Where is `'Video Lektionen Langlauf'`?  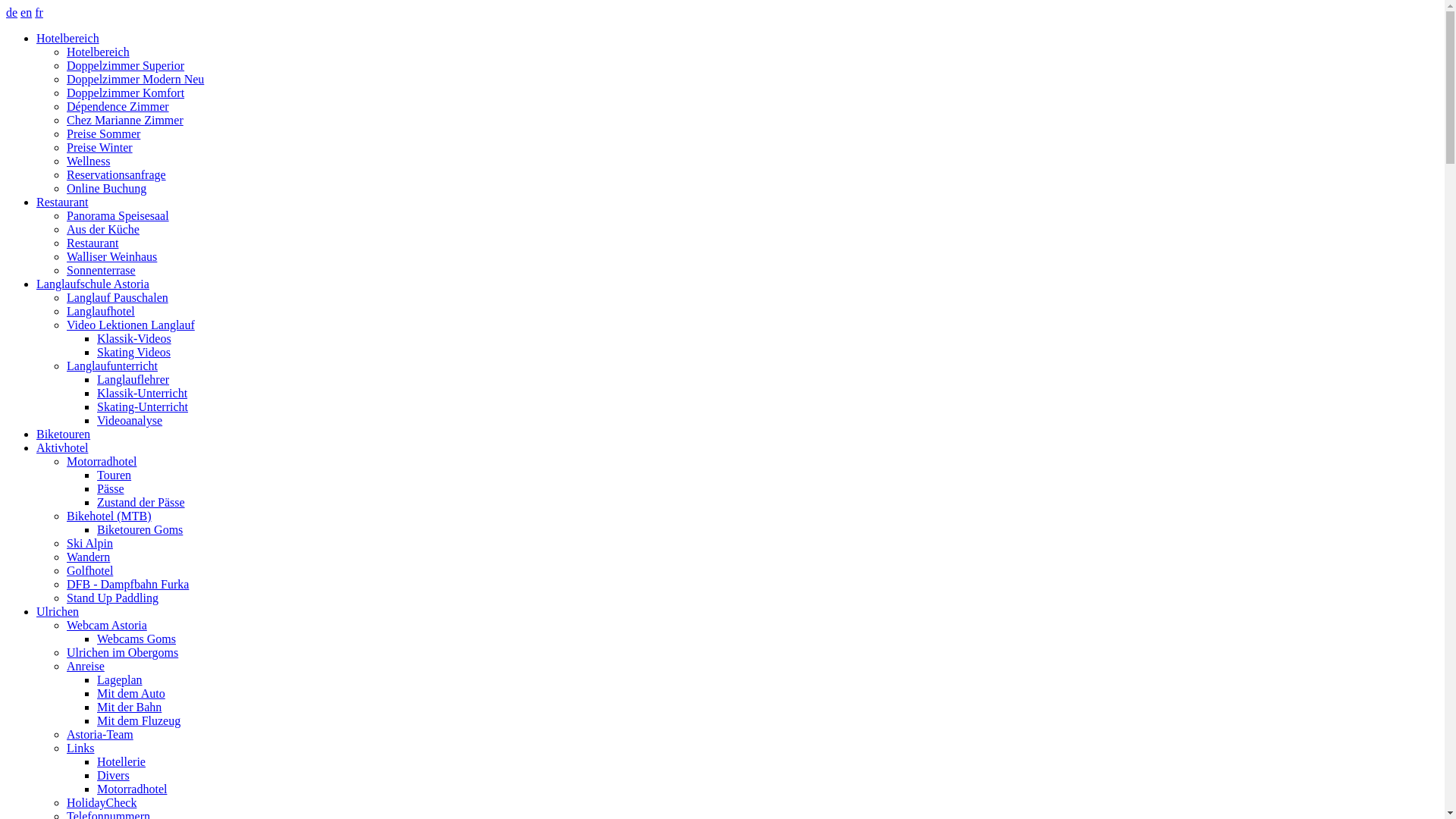
'Video Lektionen Langlauf' is located at coordinates (130, 324).